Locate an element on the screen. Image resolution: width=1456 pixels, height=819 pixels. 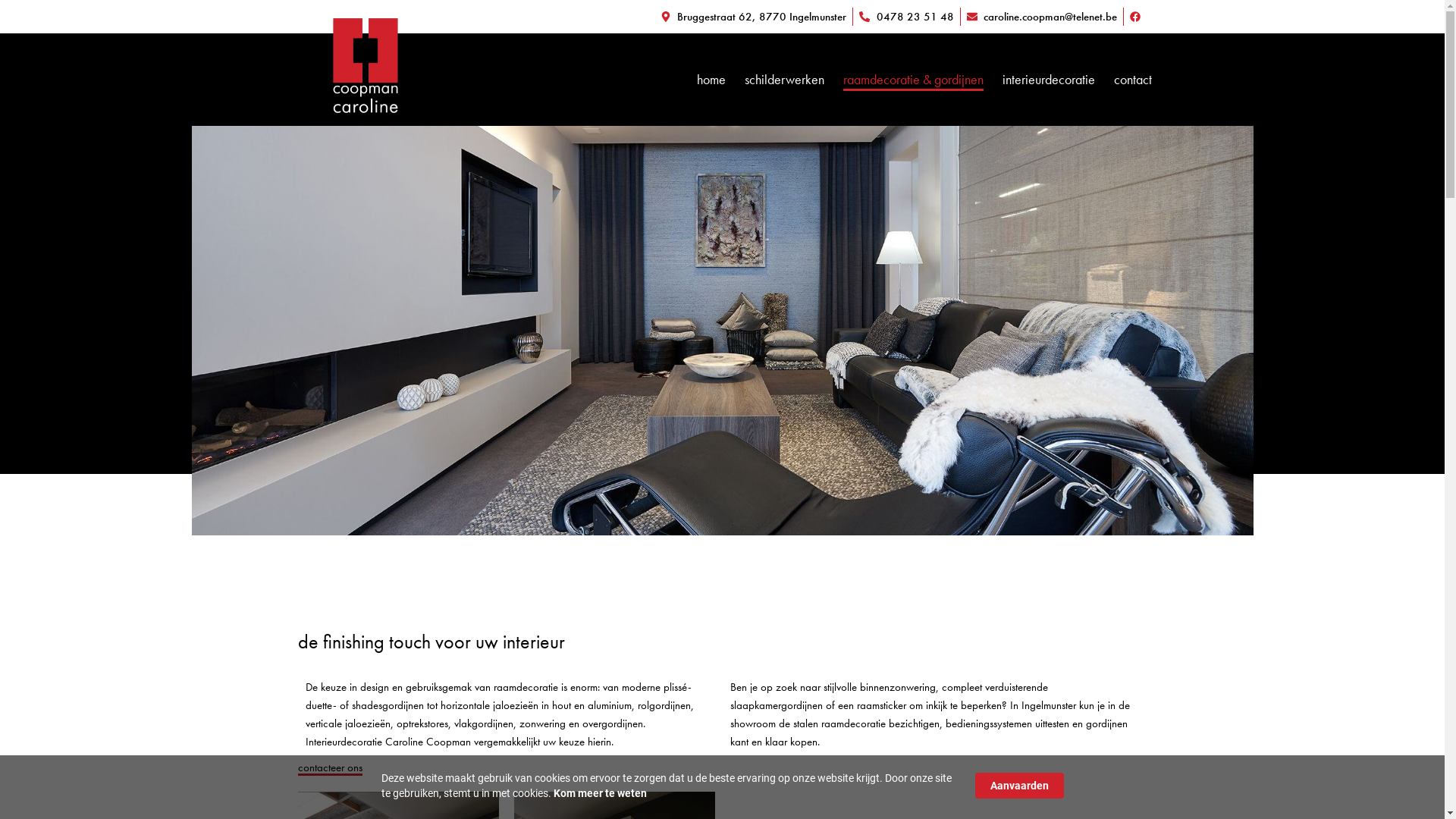
'contacteer ons' is located at coordinates (328, 769).